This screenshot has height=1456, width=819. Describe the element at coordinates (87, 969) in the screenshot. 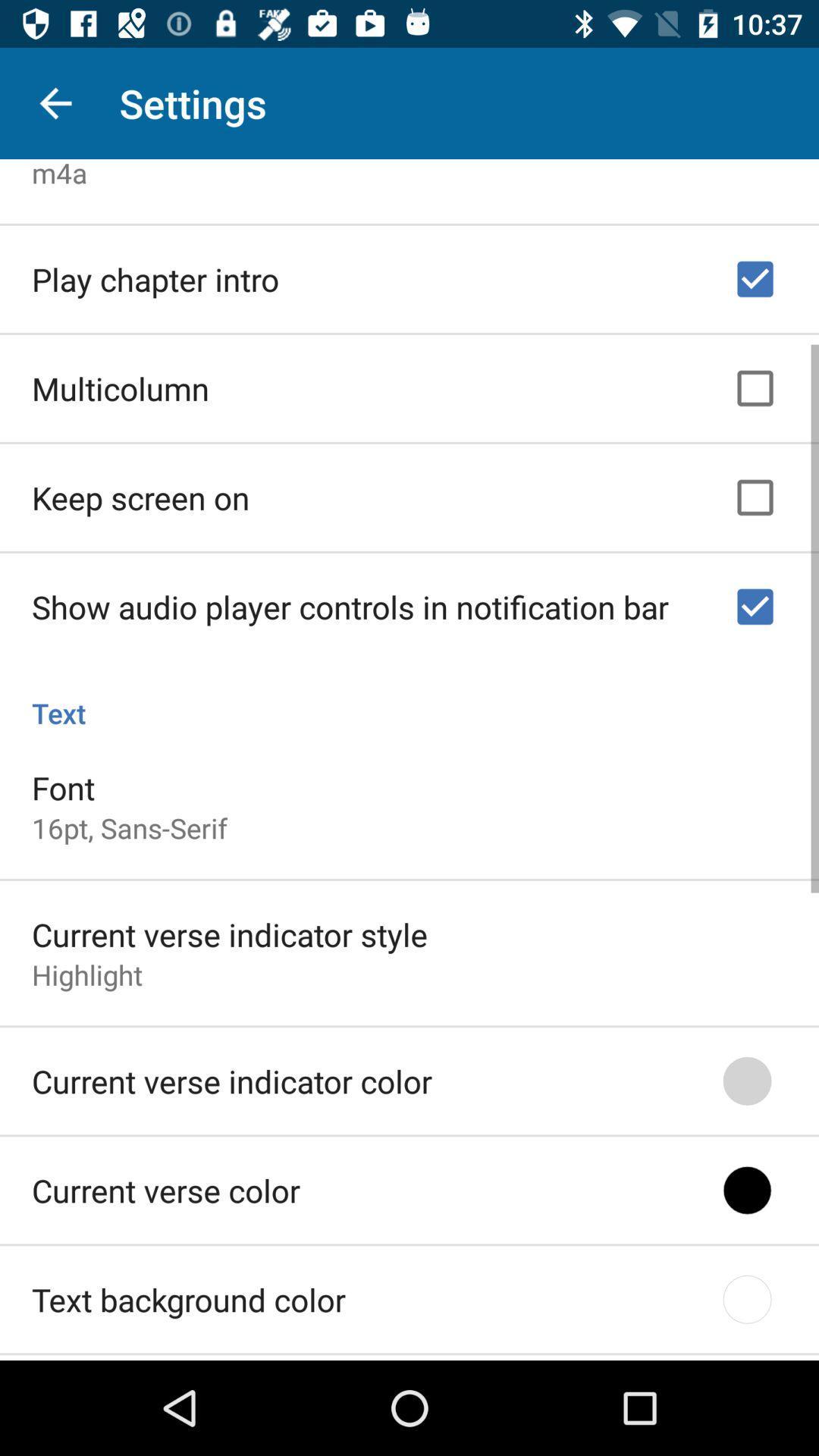

I see `the highlight icon` at that location.